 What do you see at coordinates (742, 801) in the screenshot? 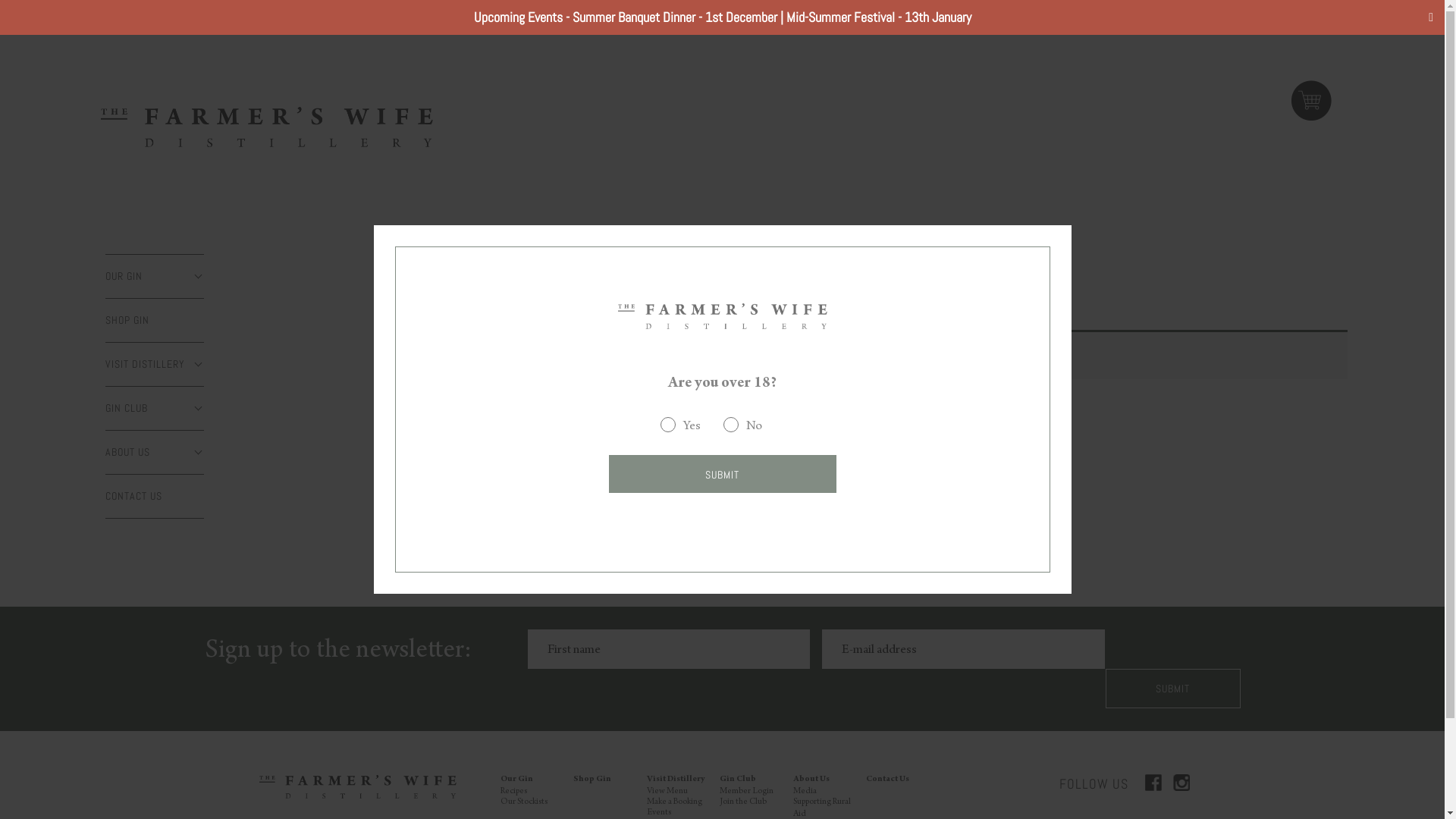
I see `'Join the Club'` at bounding box center [742, 801].